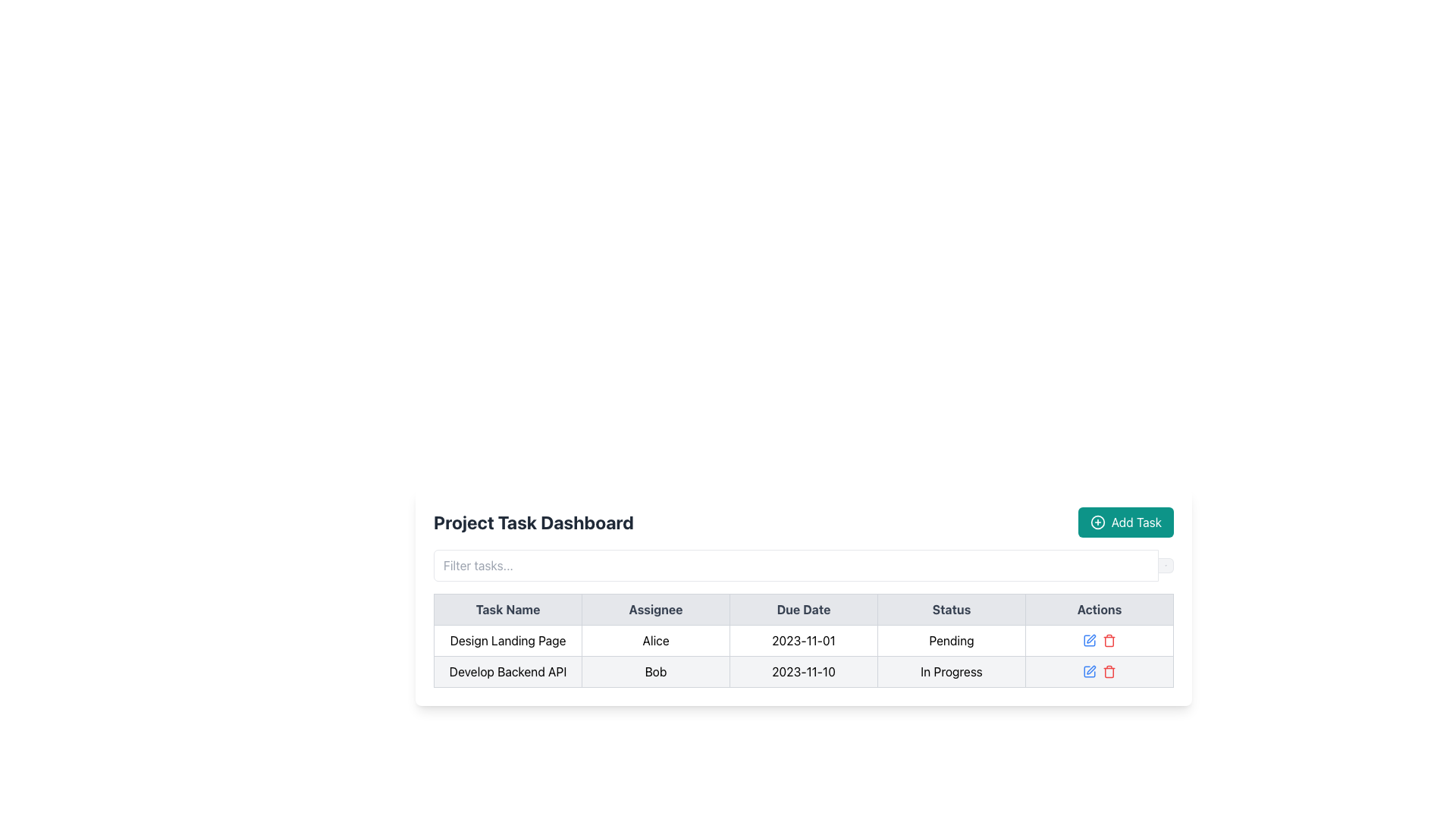 Image resolution: width=1456 pixels, height=819 pixels. What do you see at coordinates (1099, 640) in the screenshot?
I see `the red trash can icon in the Actions column of the first data row` at bounding box center [1099, 640].